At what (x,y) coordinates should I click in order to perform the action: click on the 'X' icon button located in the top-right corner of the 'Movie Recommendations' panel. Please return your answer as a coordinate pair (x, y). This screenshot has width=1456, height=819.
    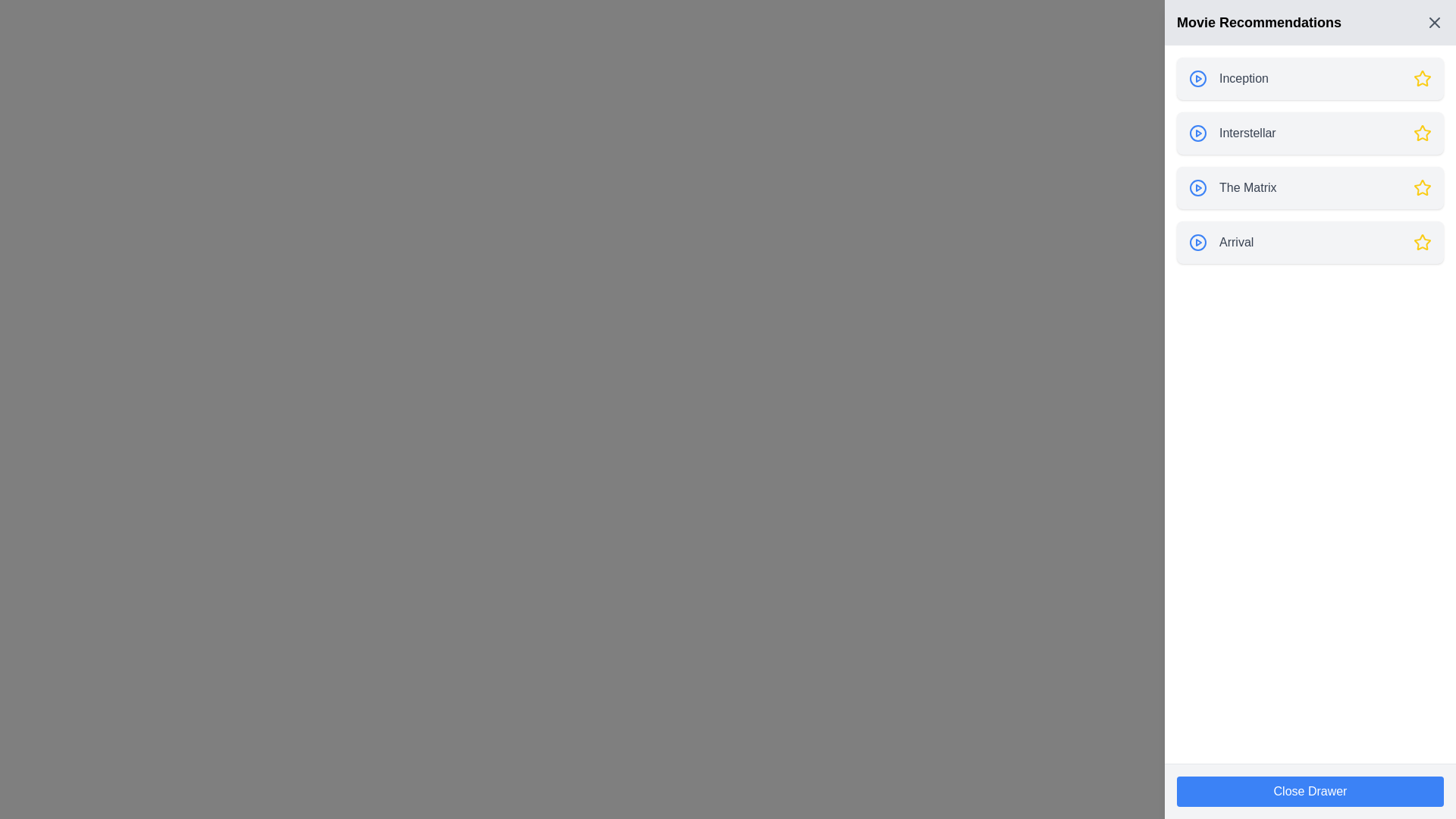
    Looking at the image, I should click on (1433, 23).